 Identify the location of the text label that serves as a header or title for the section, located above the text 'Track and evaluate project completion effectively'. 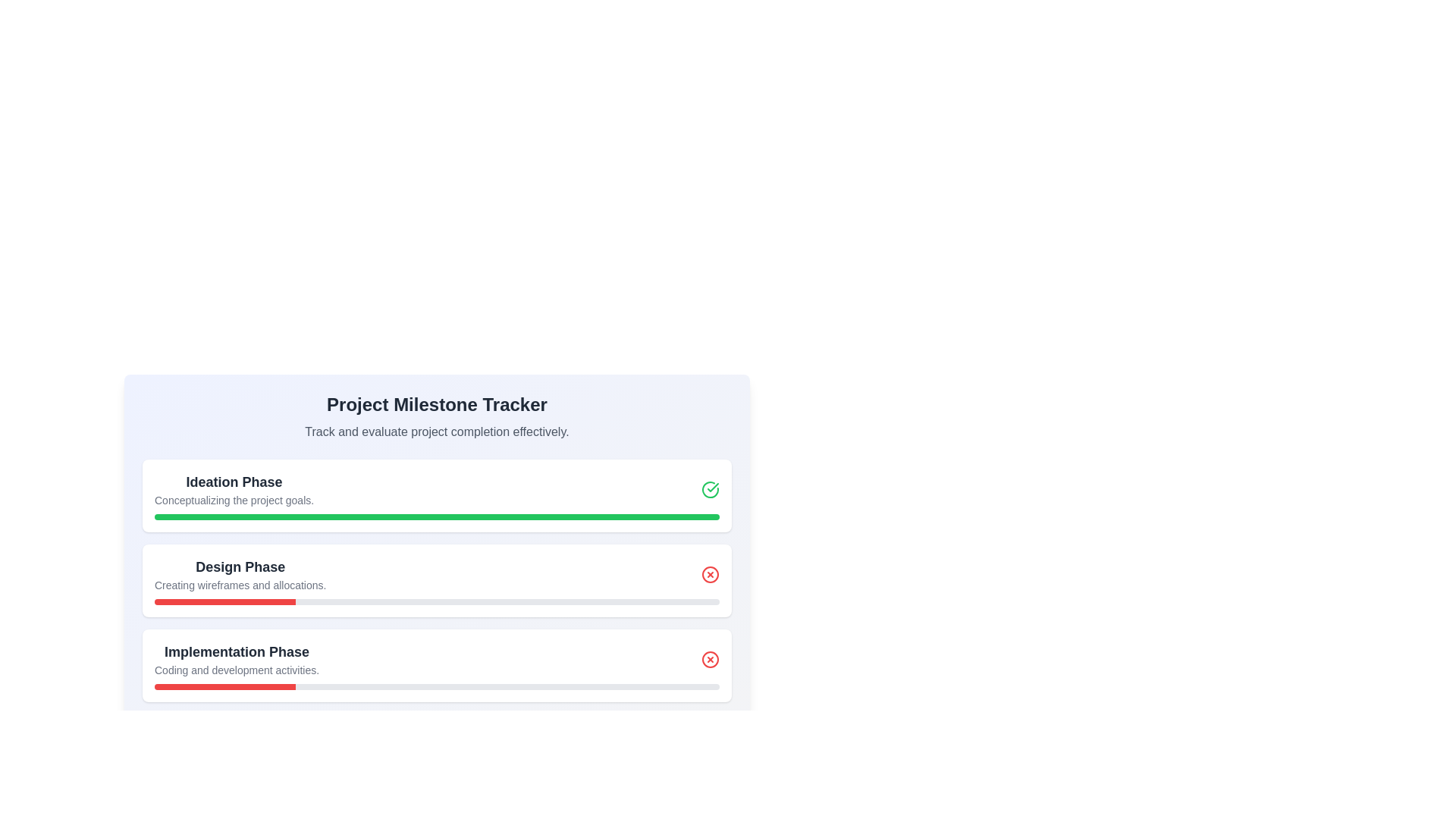
(436, 403).